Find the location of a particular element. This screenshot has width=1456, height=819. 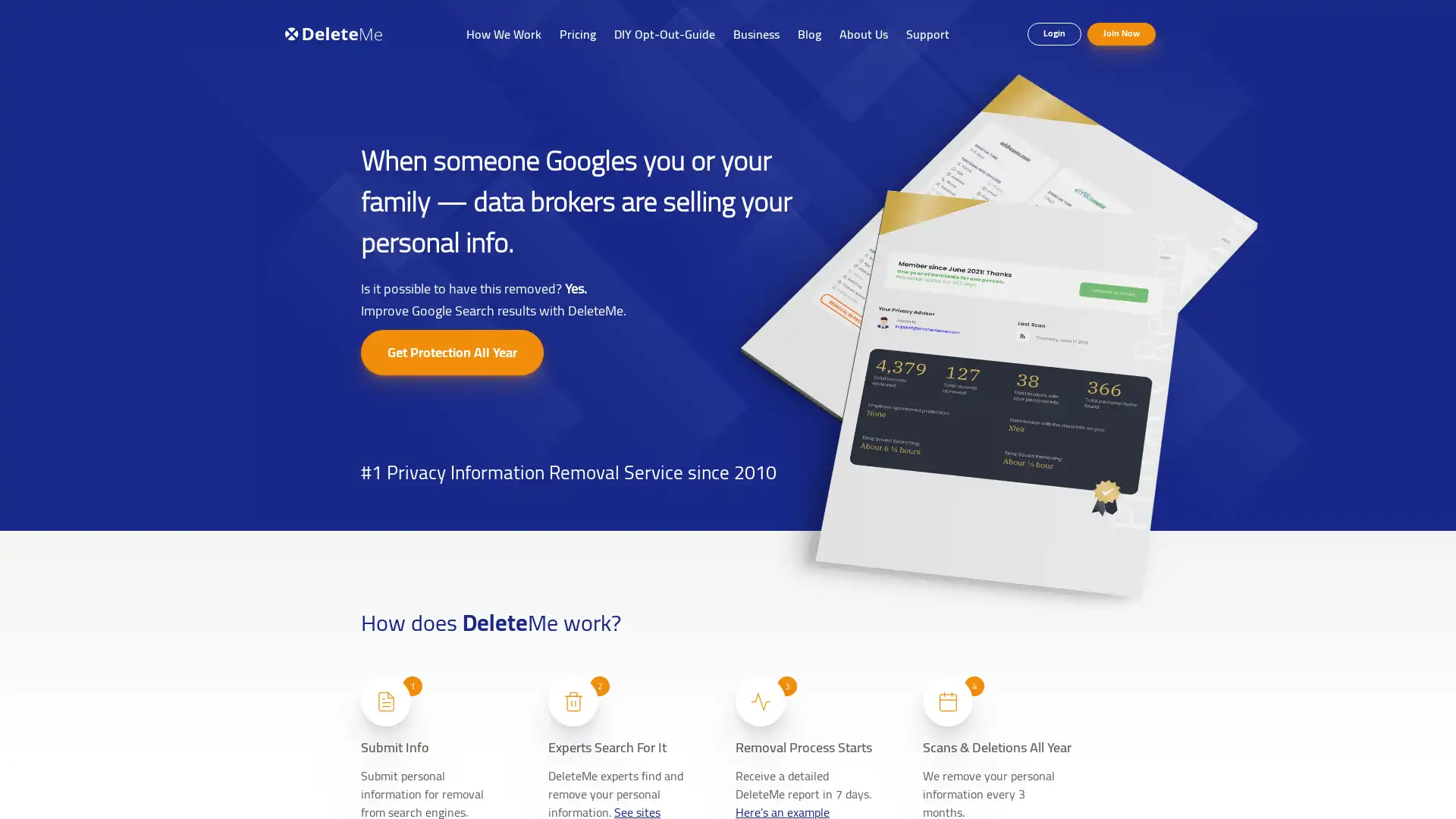

Get Protection All Year is located at coordinates (451, 351).